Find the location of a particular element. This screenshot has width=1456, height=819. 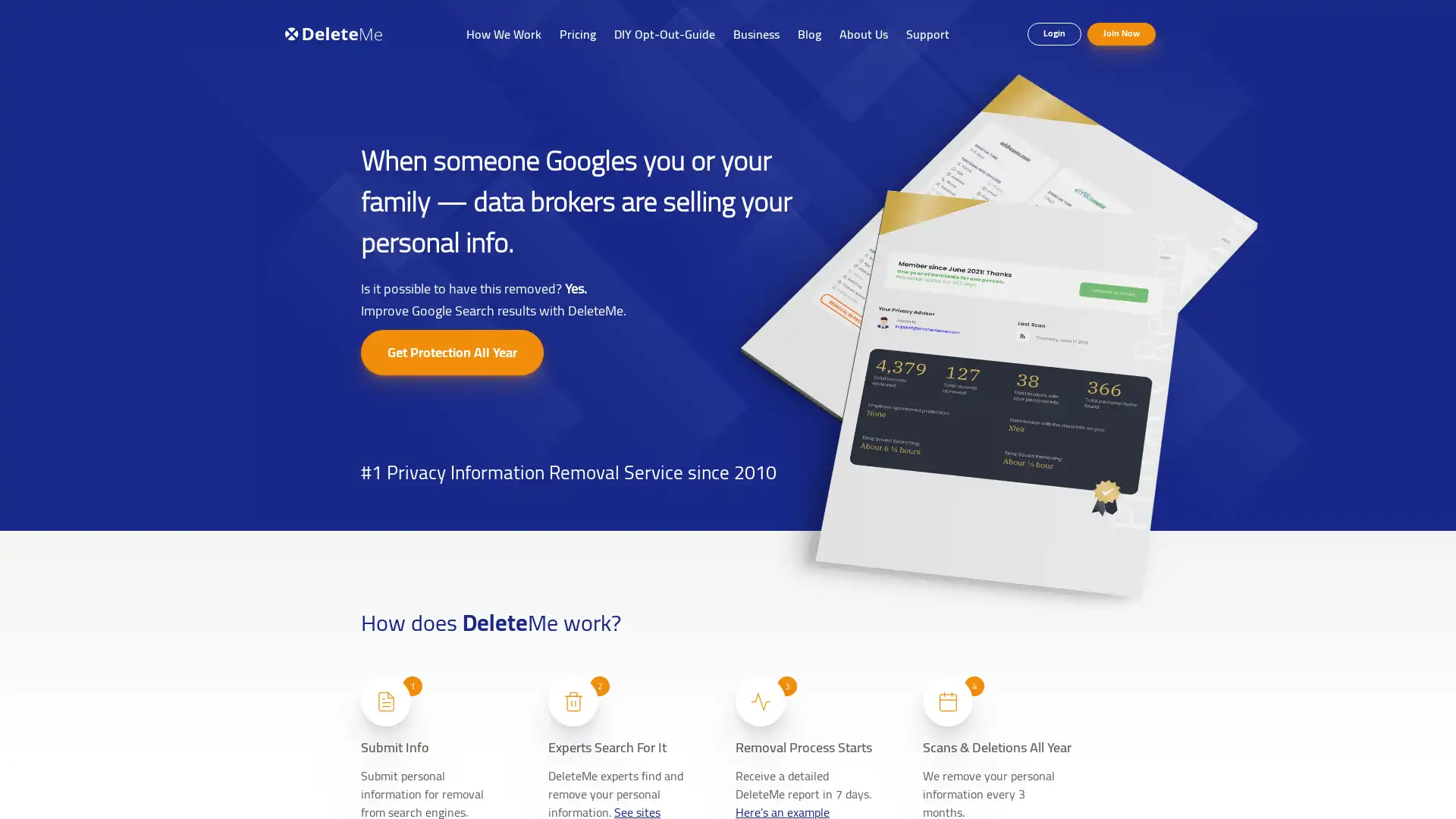

Get Protection All Year is located at coordinates (451, 351).